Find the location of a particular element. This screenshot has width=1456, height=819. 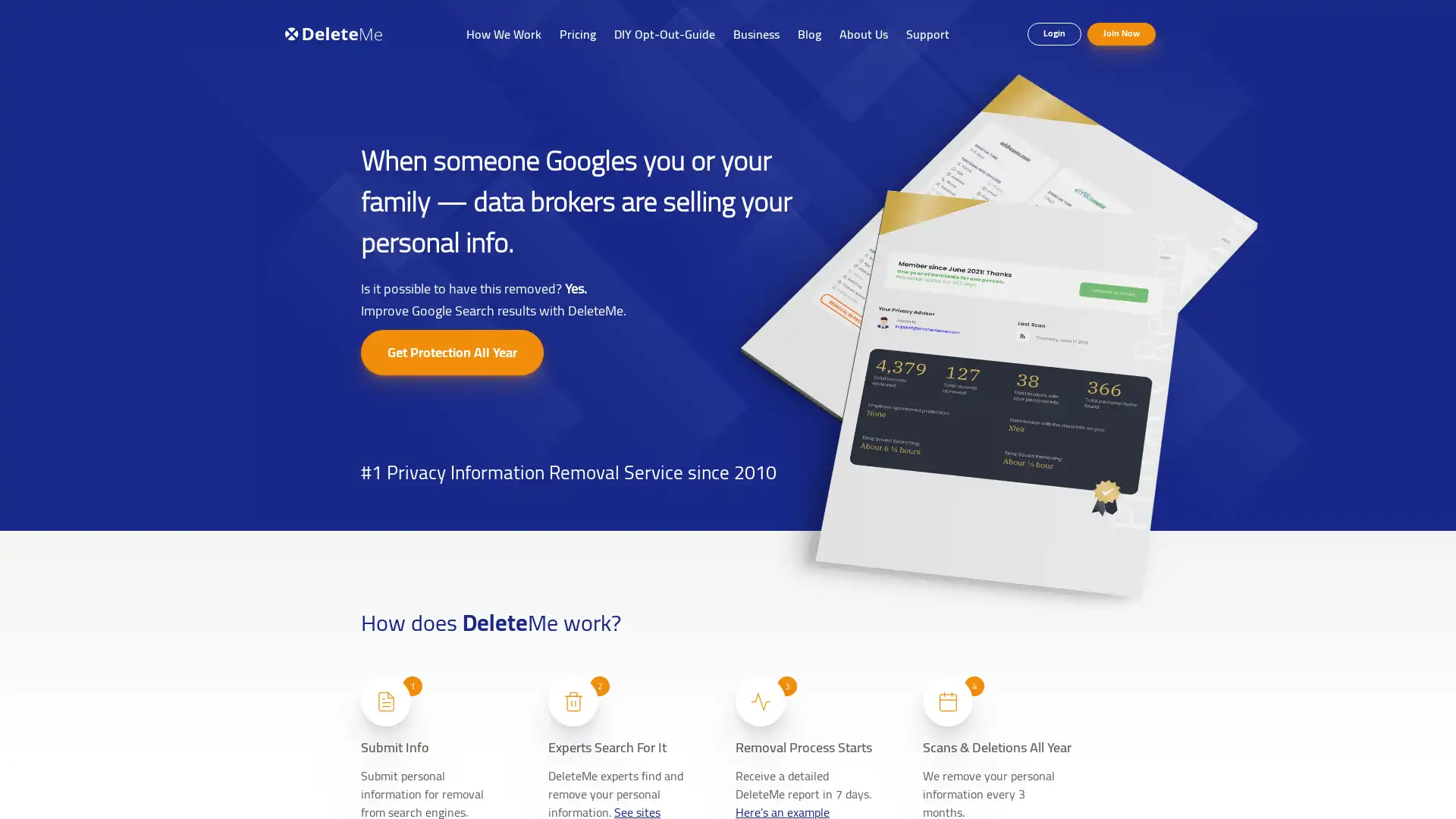

Get Protection All Year is located at coordinates (451, 351).